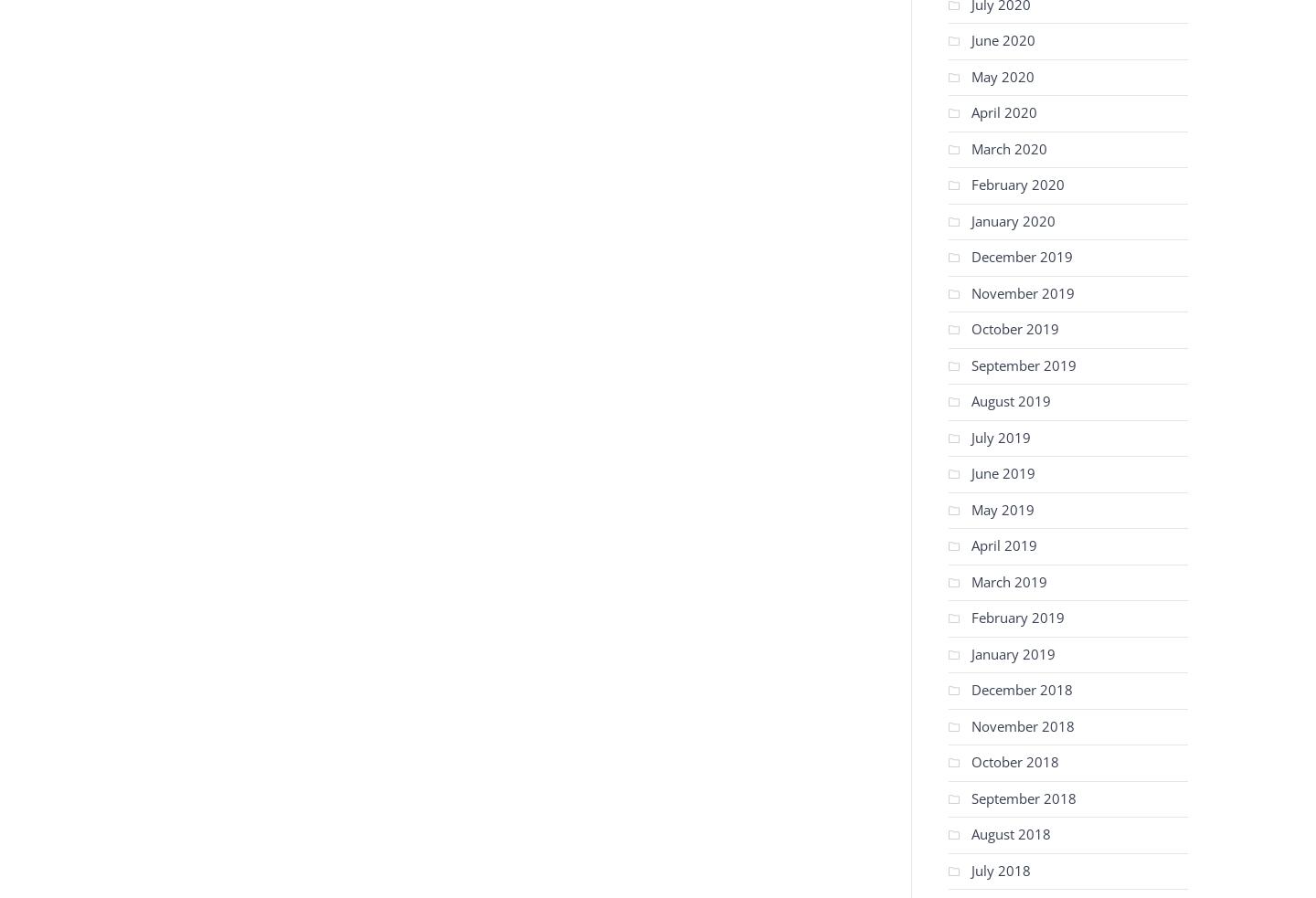 The width and height of the screenshot is (1316, 898). I want to click on 'August 2018', so click(1010, 834).